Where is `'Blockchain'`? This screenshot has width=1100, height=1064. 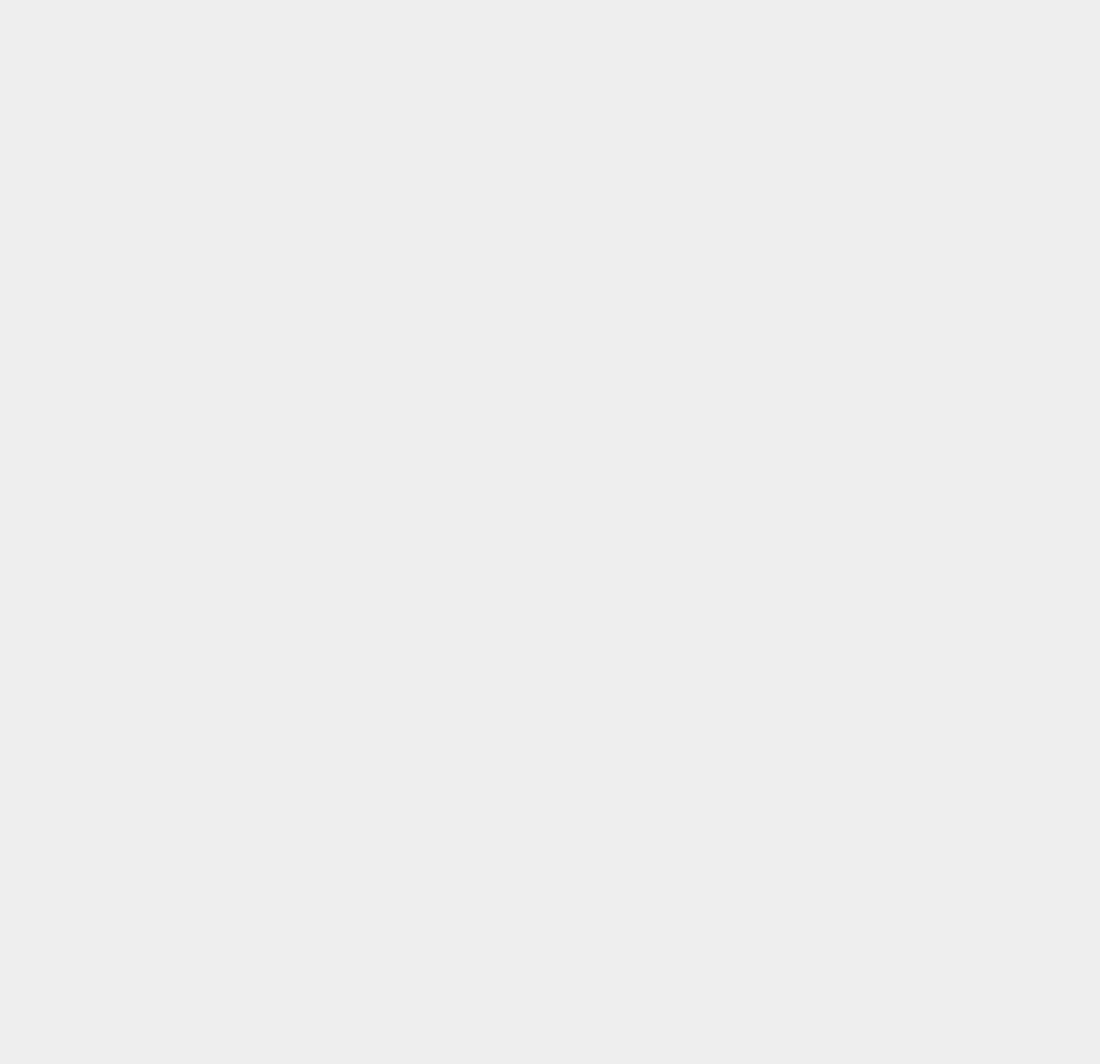 'Blockchain' is located at coordinates (812, 874).